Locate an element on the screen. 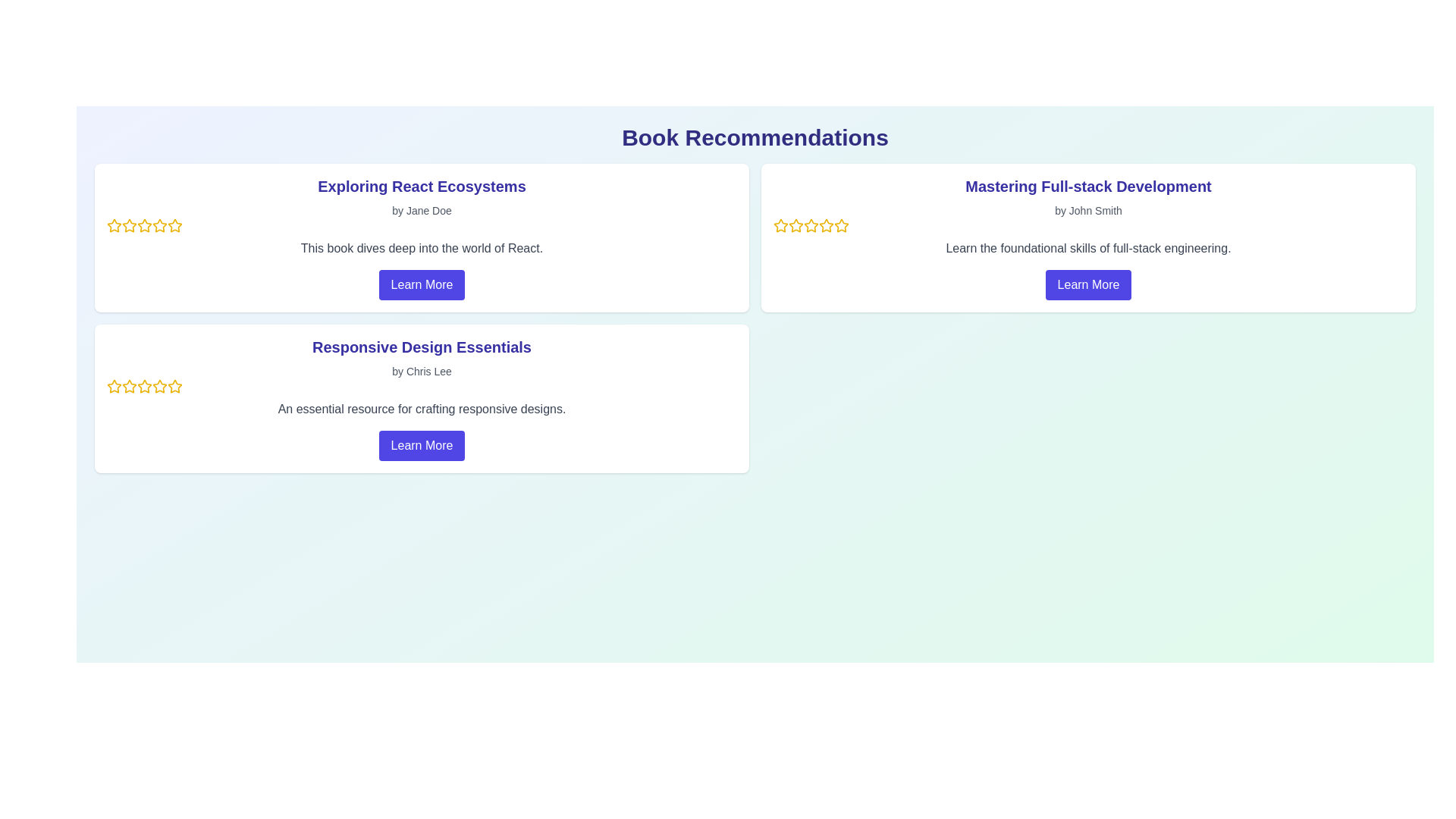  the 'Learn More' button with a blue background and white text, which is located below the descriptive text of the book 'Exploring React Ecosystems' is located at coordinates (422, 284).